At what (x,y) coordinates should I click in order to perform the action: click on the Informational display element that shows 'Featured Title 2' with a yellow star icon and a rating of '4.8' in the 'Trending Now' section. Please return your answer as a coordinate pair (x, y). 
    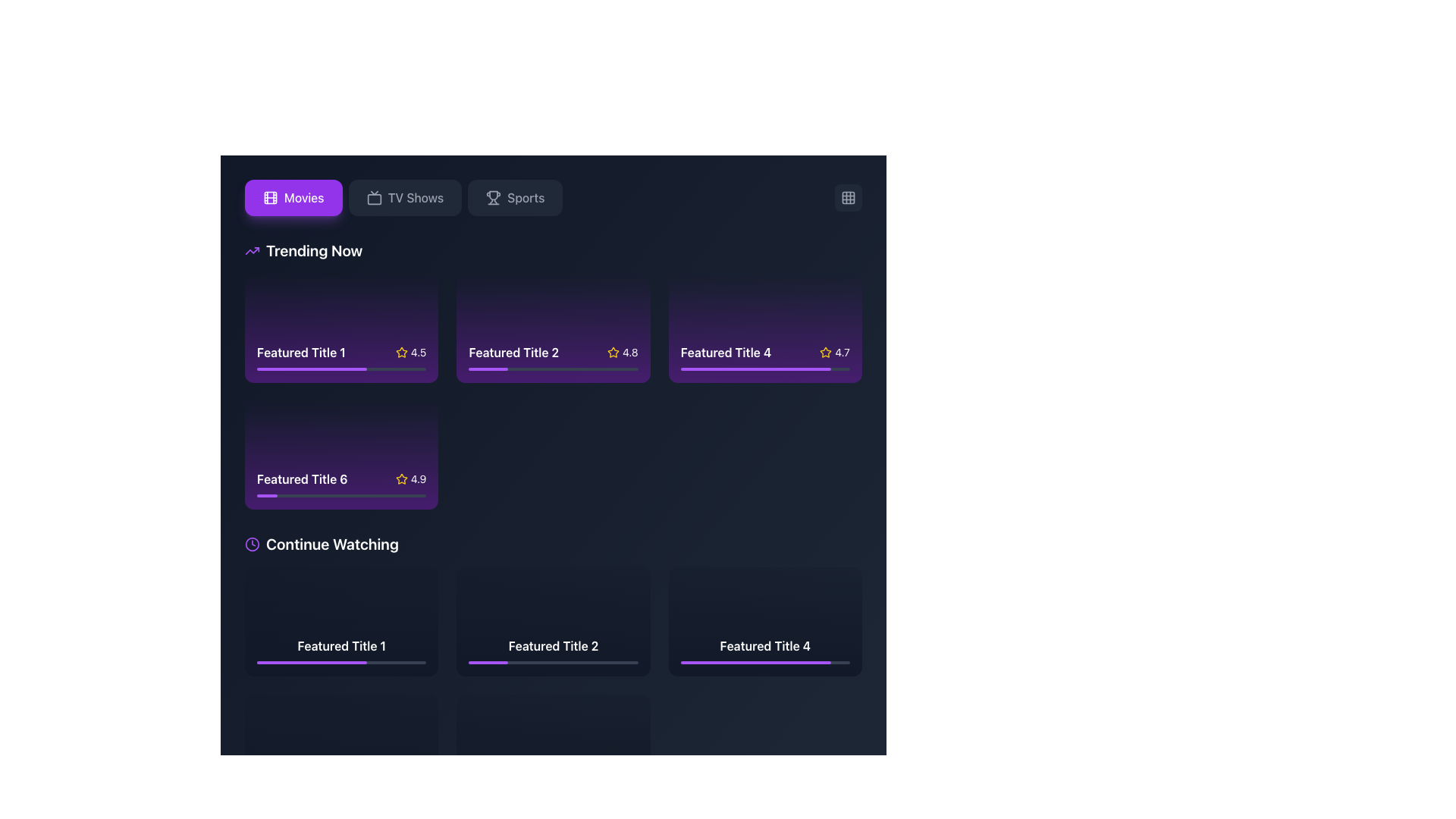
    Looking at the image, I should click on (552, 352).